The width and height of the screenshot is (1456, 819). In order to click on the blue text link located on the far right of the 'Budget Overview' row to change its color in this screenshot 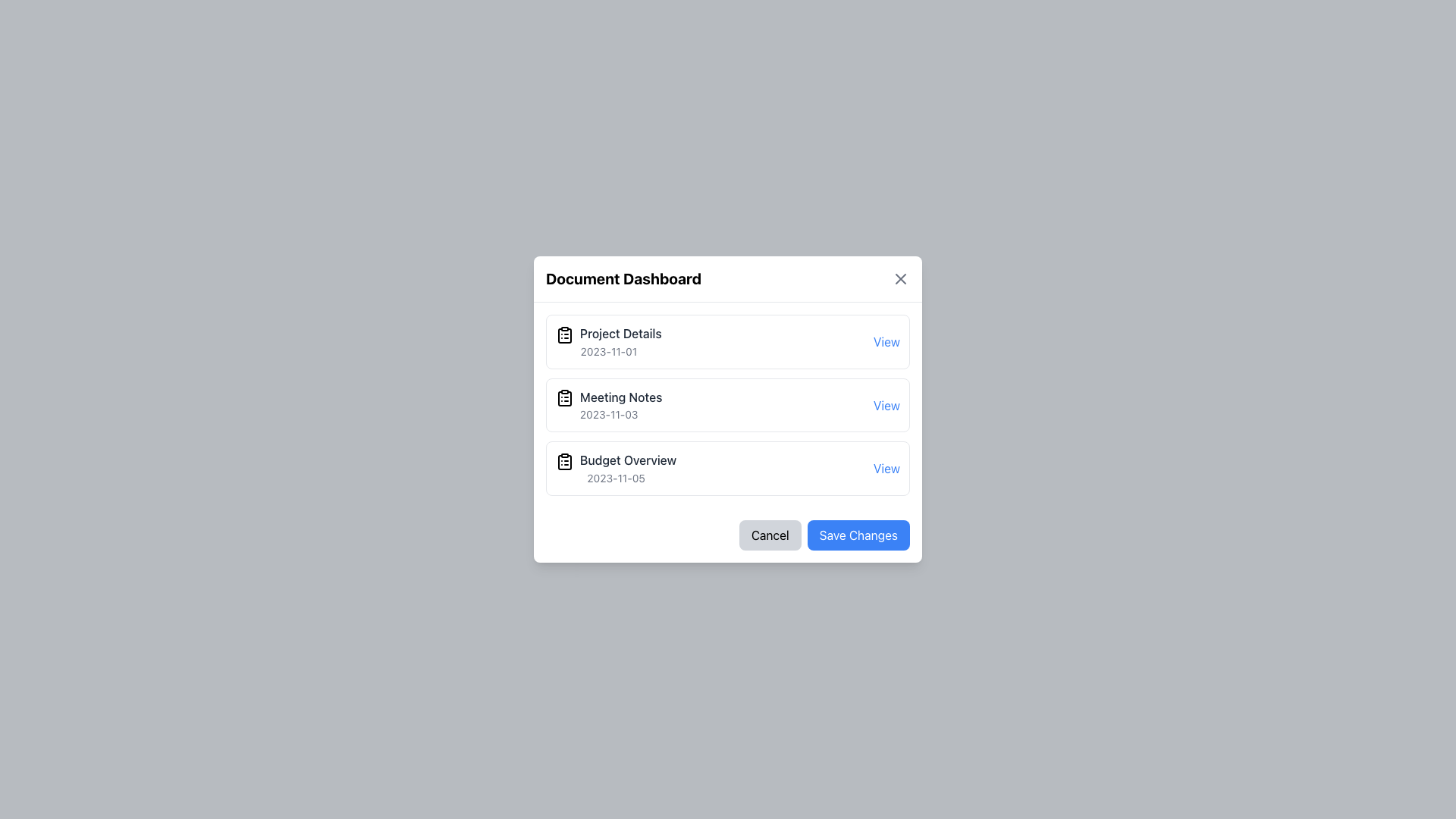, I will do `click(886, 468)`.